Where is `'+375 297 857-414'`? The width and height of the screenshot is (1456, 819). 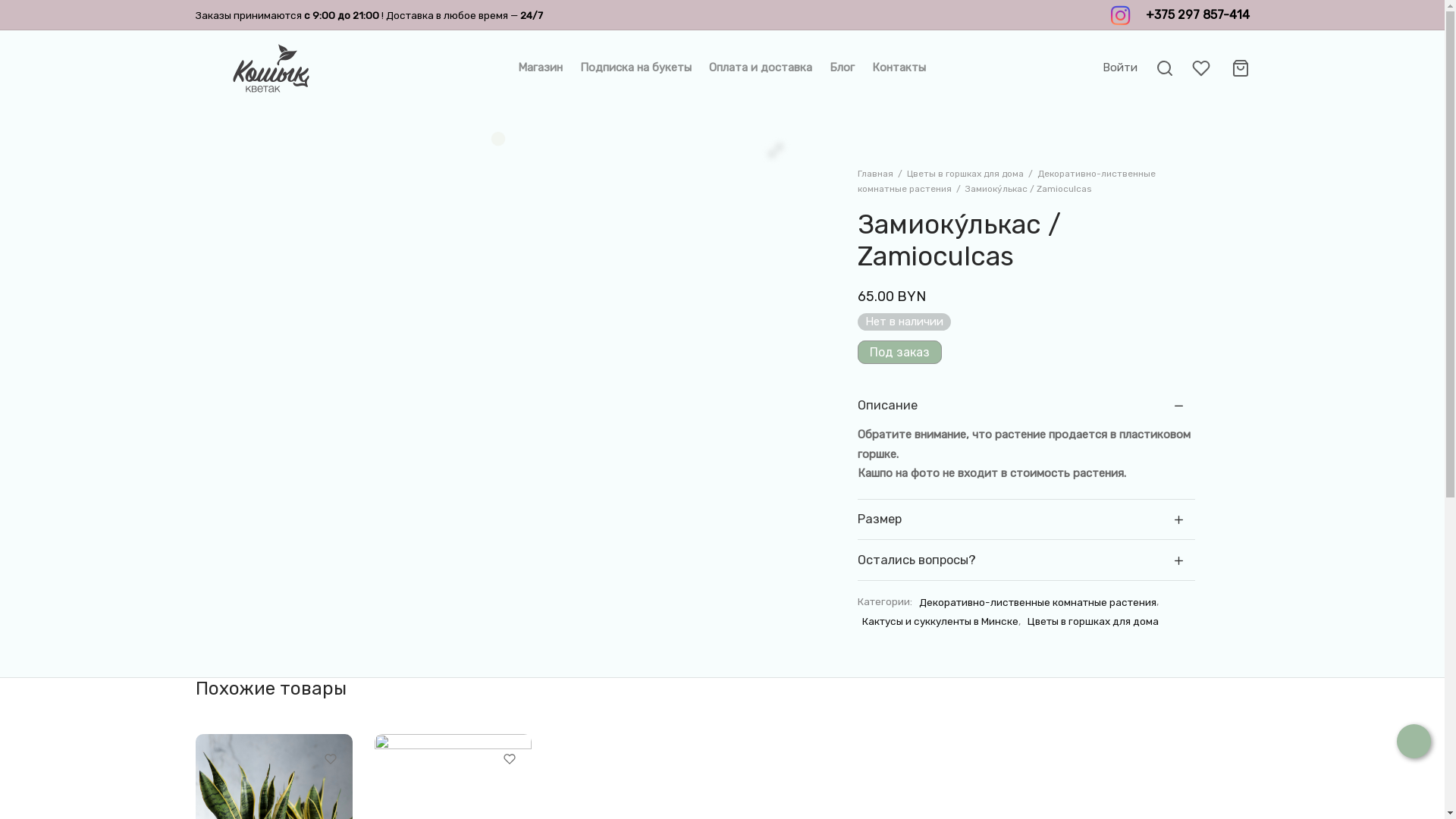
'+375 297 857-414' is located at coordinates (1196, 14).